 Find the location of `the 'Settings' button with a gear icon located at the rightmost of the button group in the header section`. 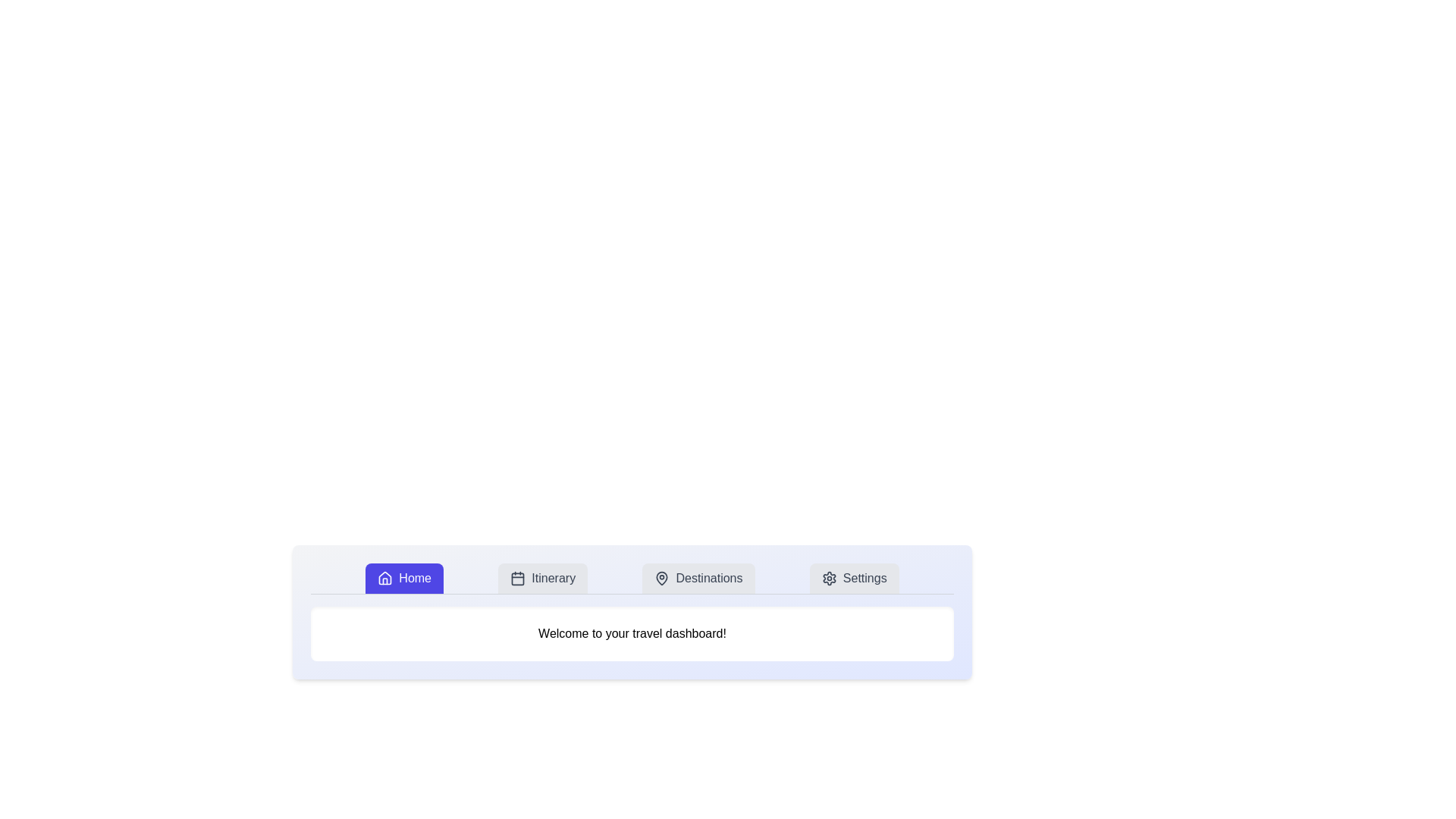

the 'Settings' button with a gear icon located at the rightmost of the button group in the header section is located at coordinates (854, 579).